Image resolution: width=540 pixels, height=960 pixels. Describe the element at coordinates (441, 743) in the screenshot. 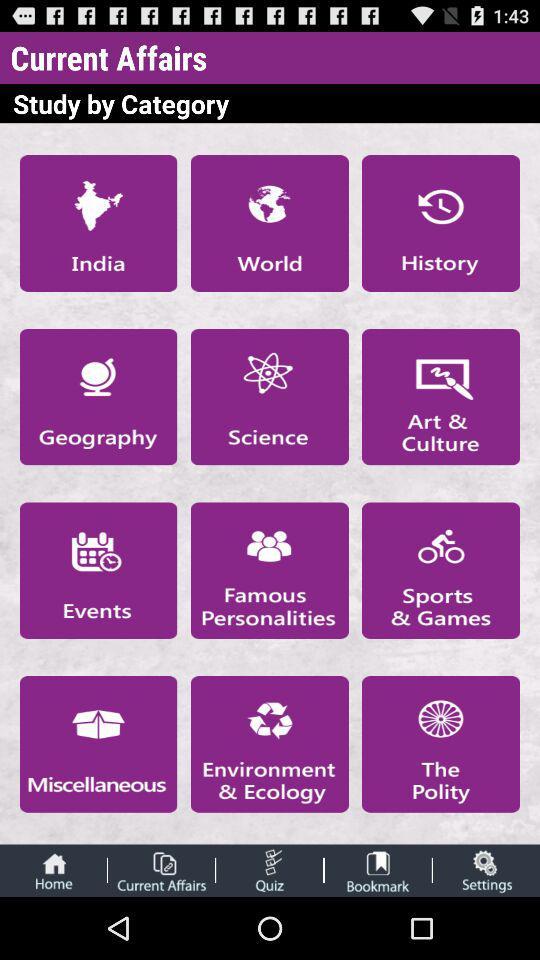

I see `the polity section` at that location.